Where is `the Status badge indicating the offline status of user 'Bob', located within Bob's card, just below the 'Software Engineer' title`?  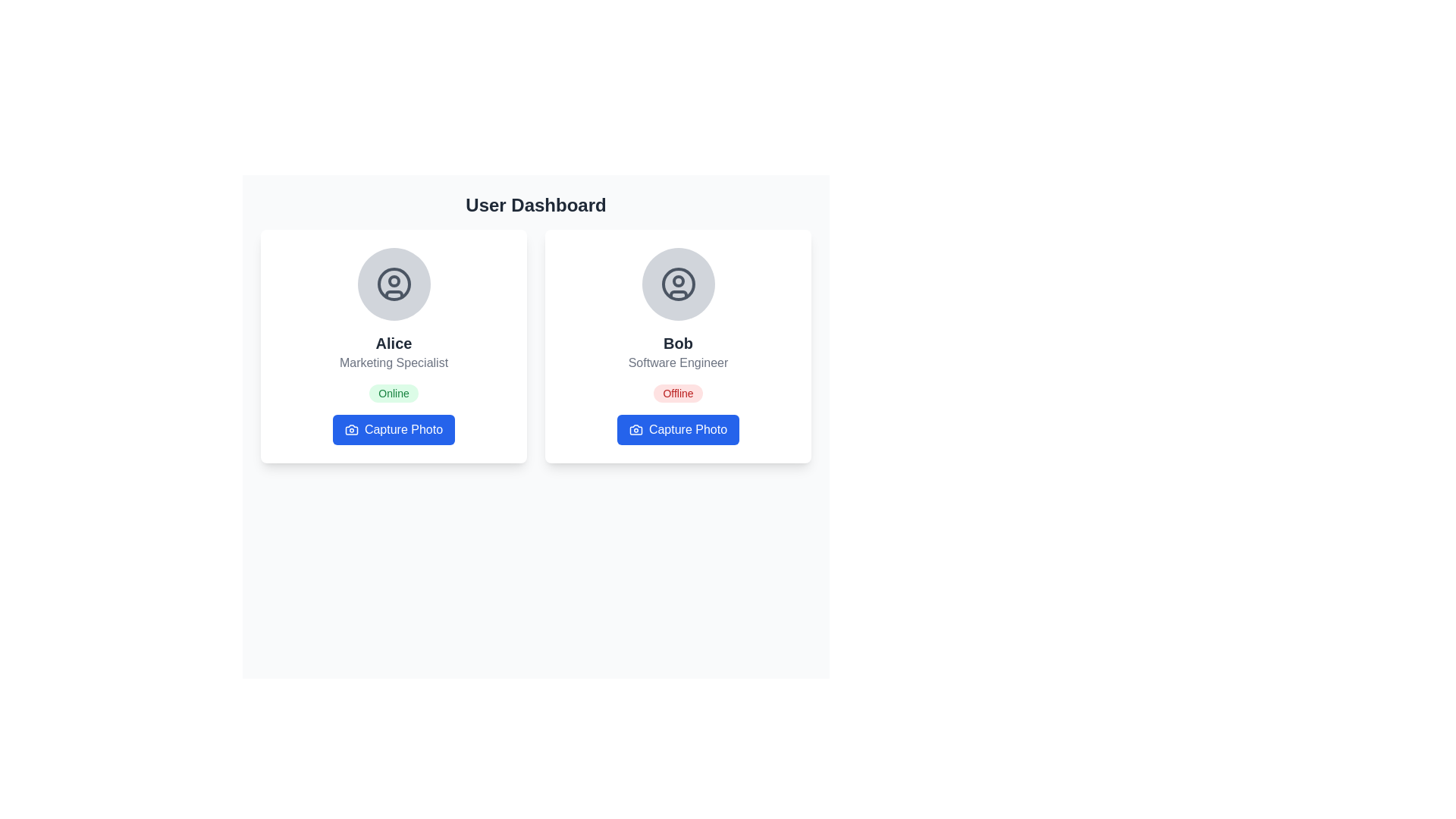 the Status badge indicating the offline status of user 'Bob', located within Bob's card, just below the 'Software Engineer' title is located at coordinates (677, 393).